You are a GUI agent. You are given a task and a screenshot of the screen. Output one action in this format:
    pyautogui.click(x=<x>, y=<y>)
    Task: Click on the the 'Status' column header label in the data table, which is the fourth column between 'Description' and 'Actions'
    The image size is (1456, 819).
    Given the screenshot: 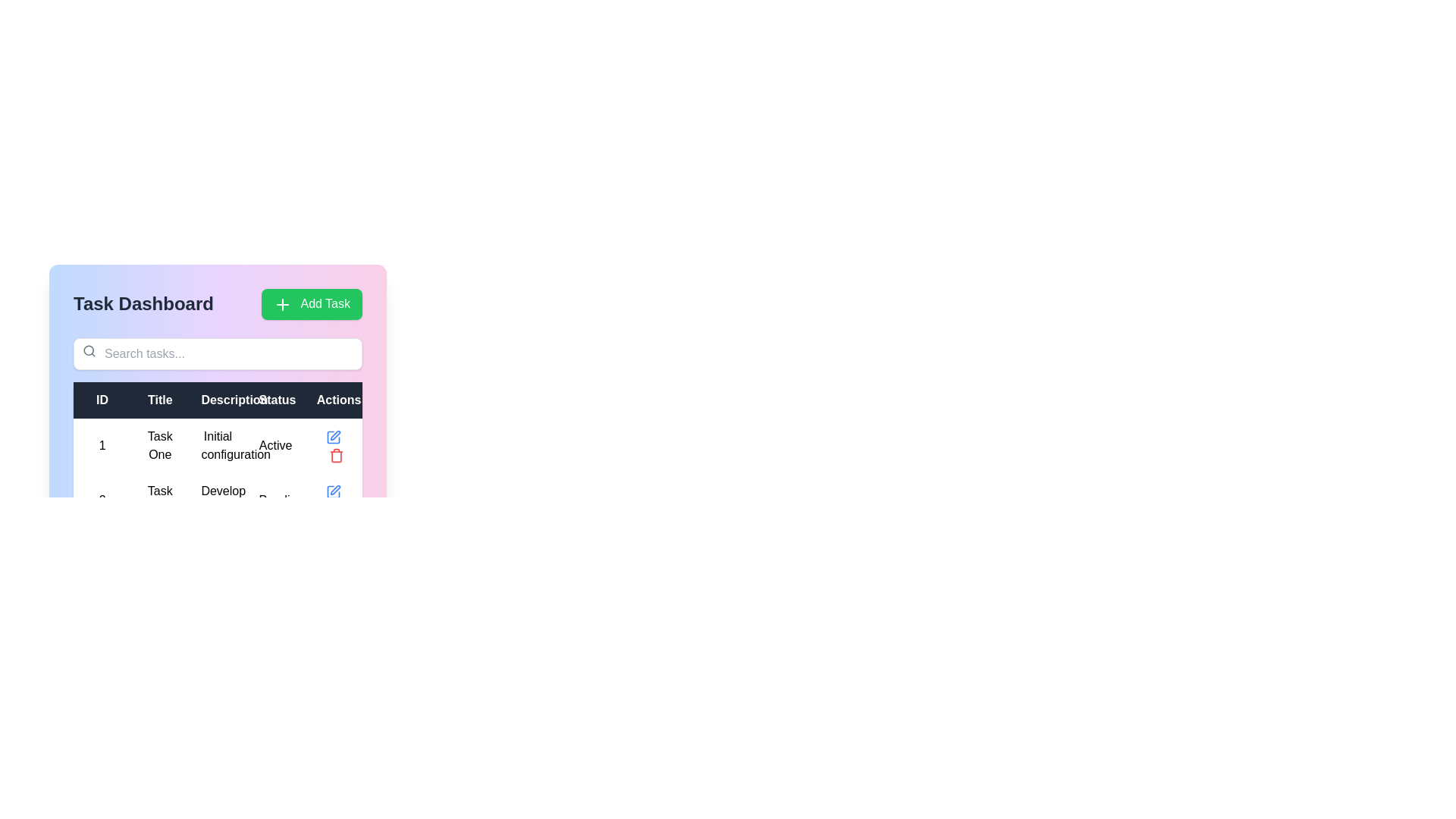 What is the action you would take?
    pyautogui.click(x=275, y=399)
    